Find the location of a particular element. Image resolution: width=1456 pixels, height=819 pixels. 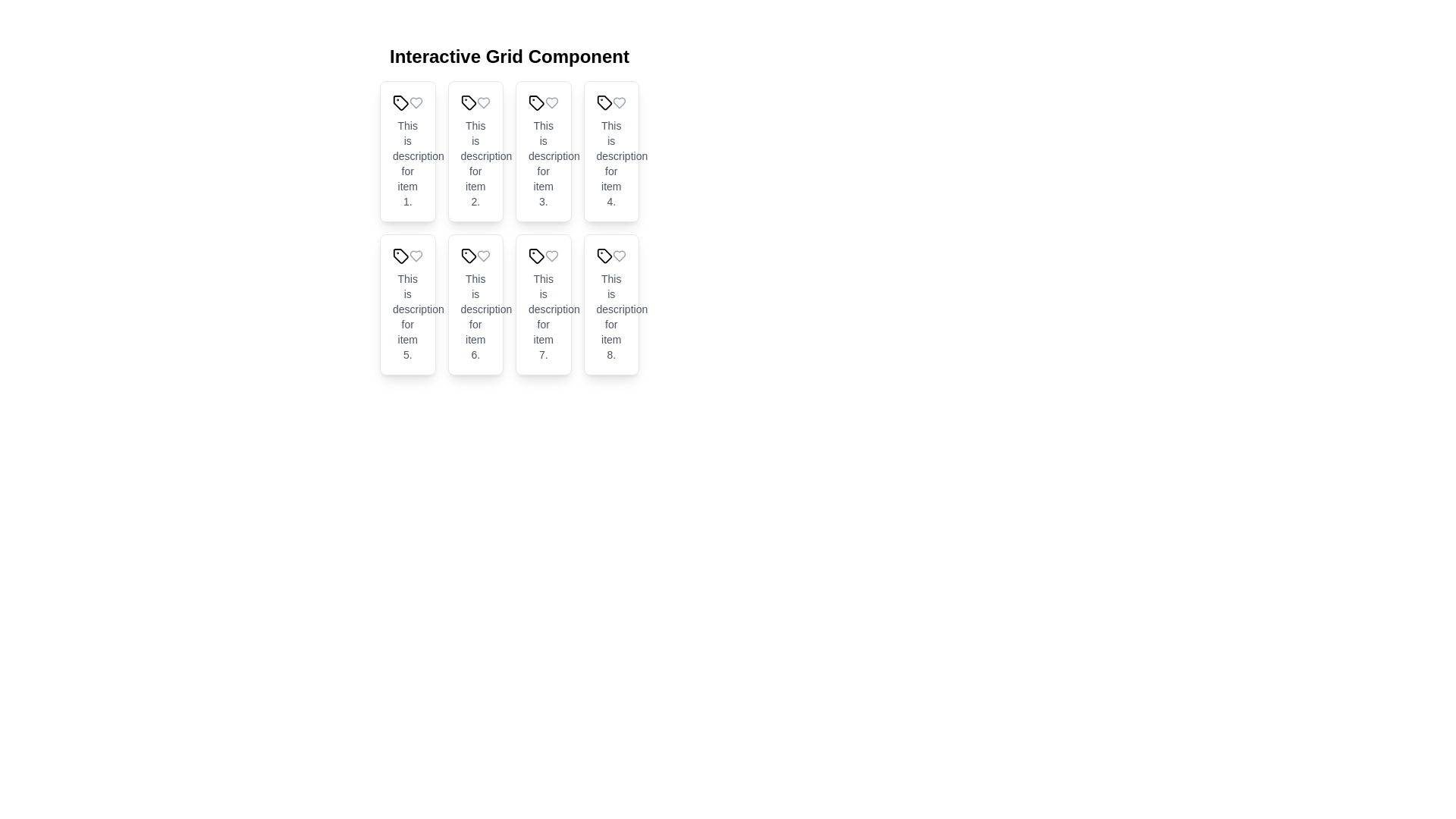

the icon representing the sixth tile in the grid layout, positioned to the left of the text 'Tile 6' is located at coordinates (468, 256).